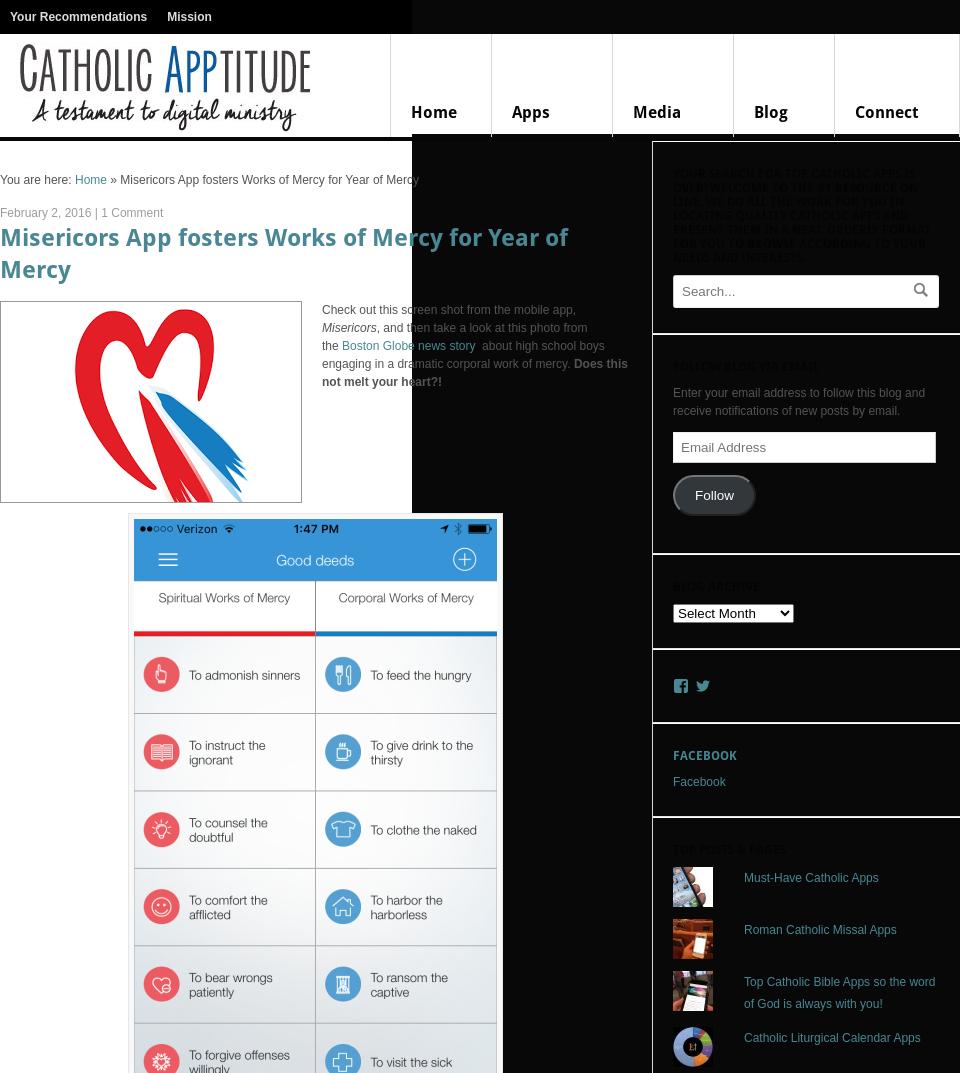 This screenshot has width=960, height=1073. Describe the element at coordinates (529, 112) in the screenshot. I see `'Apps'` at that location.